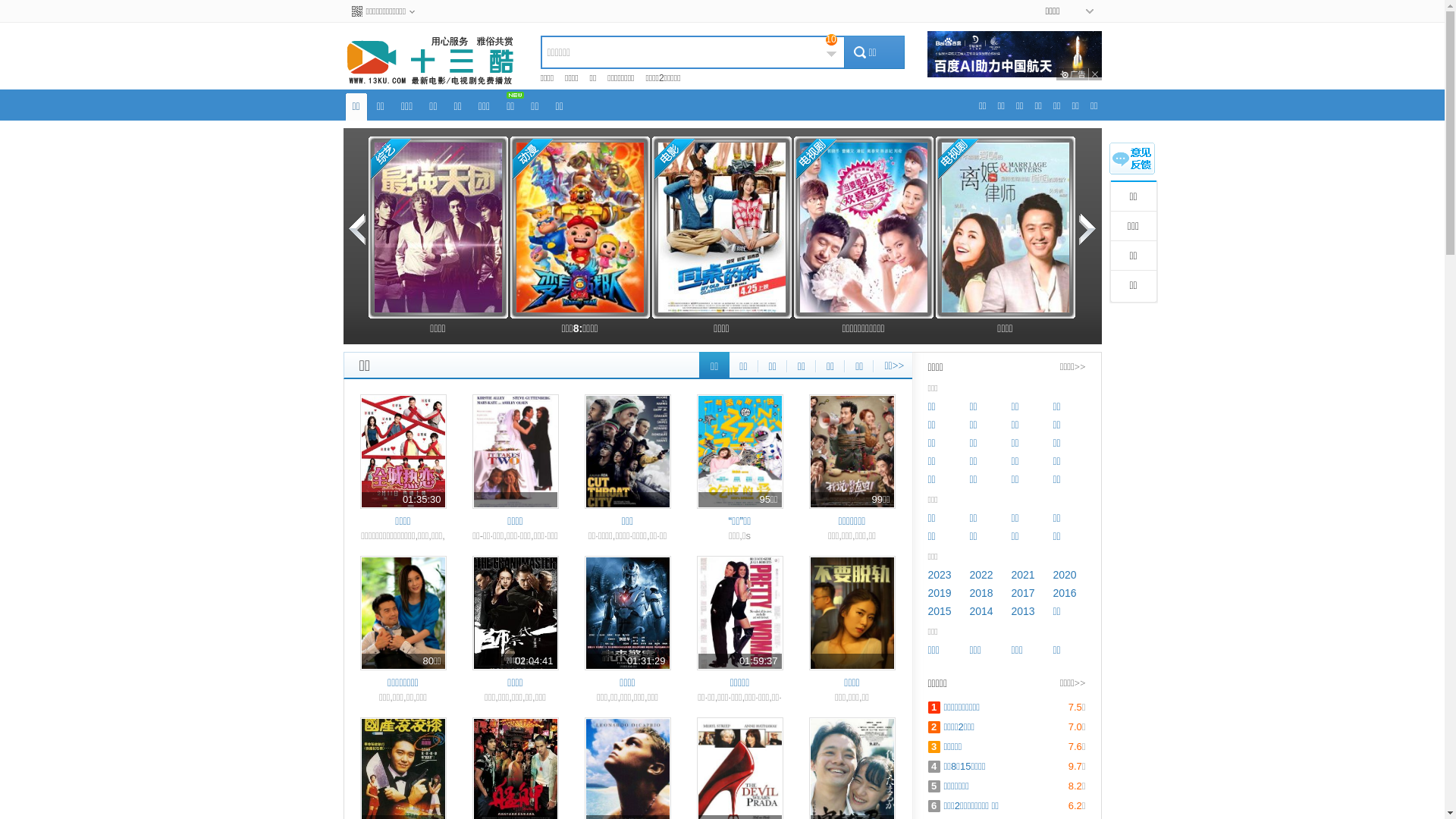 The width and height of the screenshot is (1456, 819). Describe the element at coordinates (1023, 592) in the screenshot. I see `'2017'` at that location.